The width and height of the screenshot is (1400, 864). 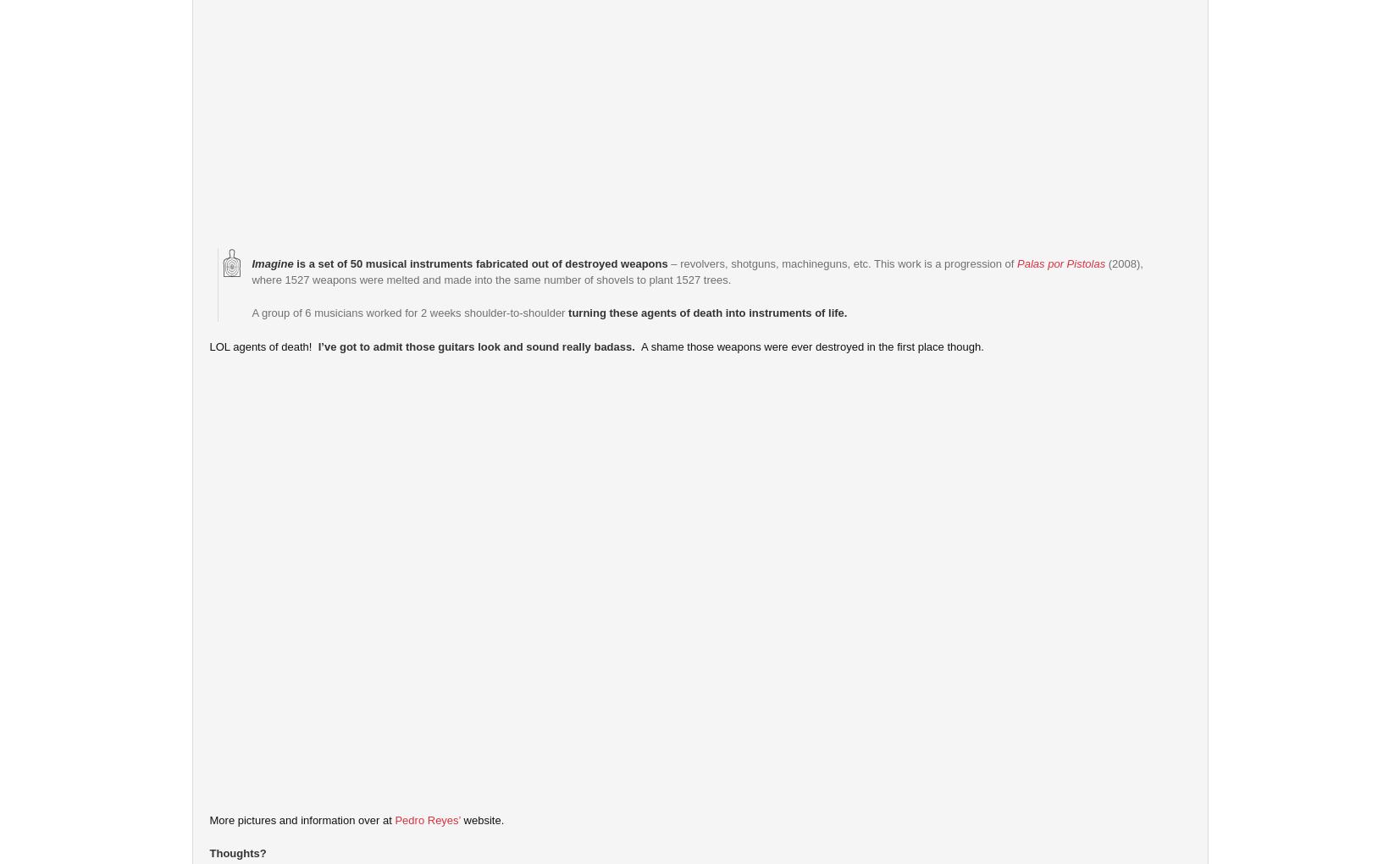 I want to click on 'A group of 6 musicians worked for 2 weeks shoulder-to-shoulder', so click(x=408, y=312).